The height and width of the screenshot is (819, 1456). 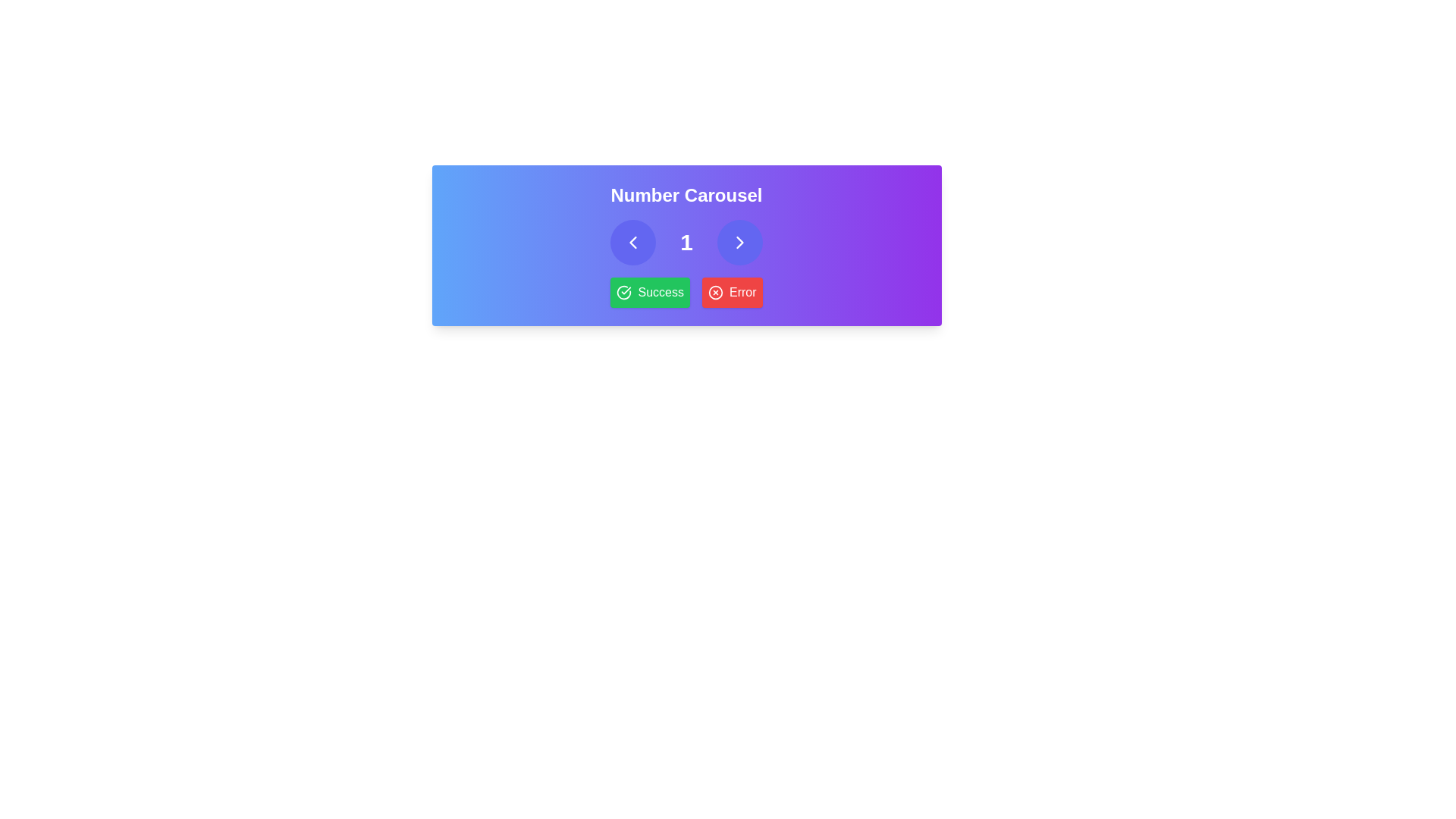 What do you see at coordinates (633, 242) in the screenshot?
I see `the left-pointing arrow icon located within the circular button on the left of the horizontal number selector` at bounding box center [633, 242].